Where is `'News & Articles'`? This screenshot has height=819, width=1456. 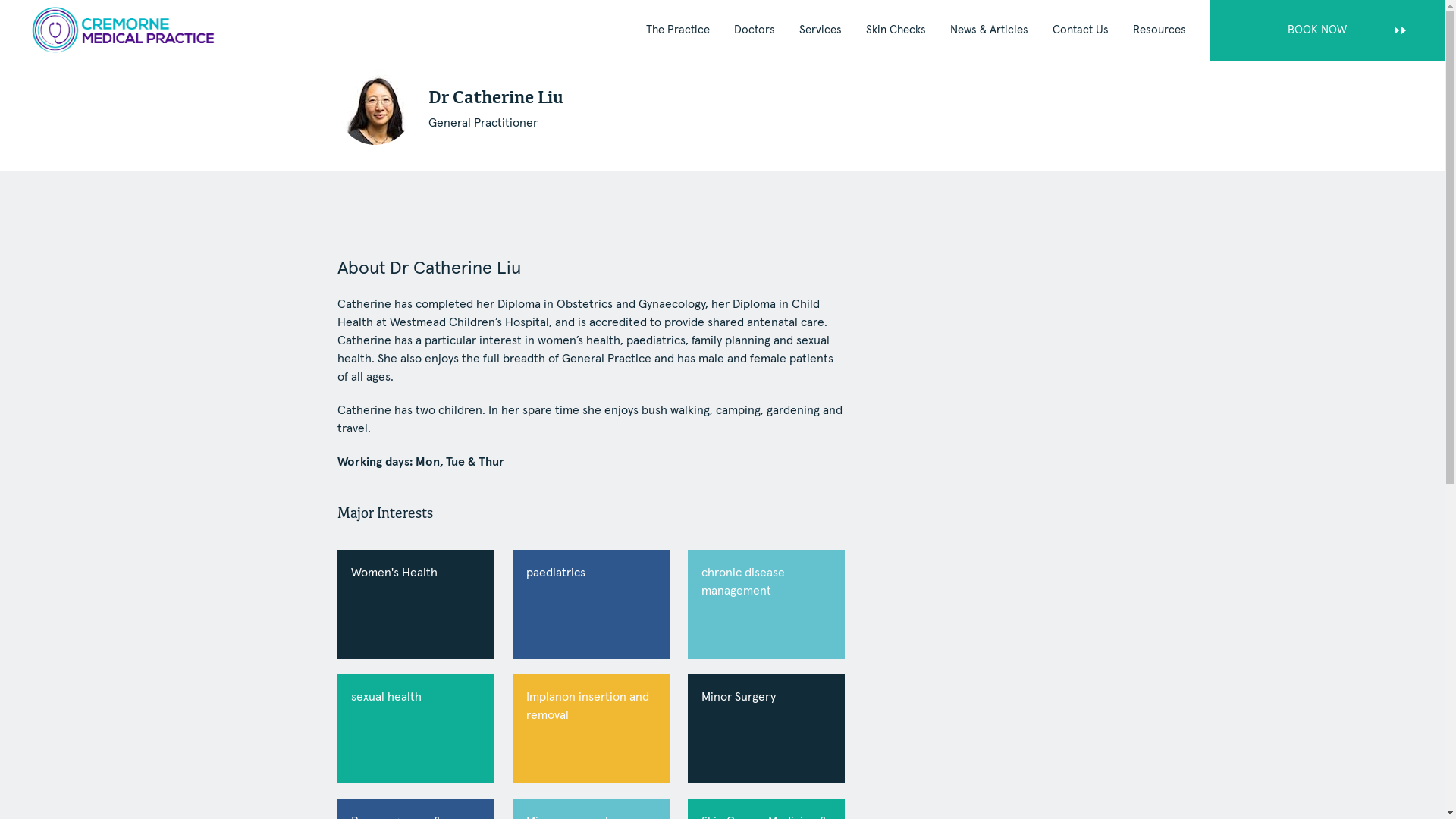 'News & Articles' is located at coordinates (989, 30).